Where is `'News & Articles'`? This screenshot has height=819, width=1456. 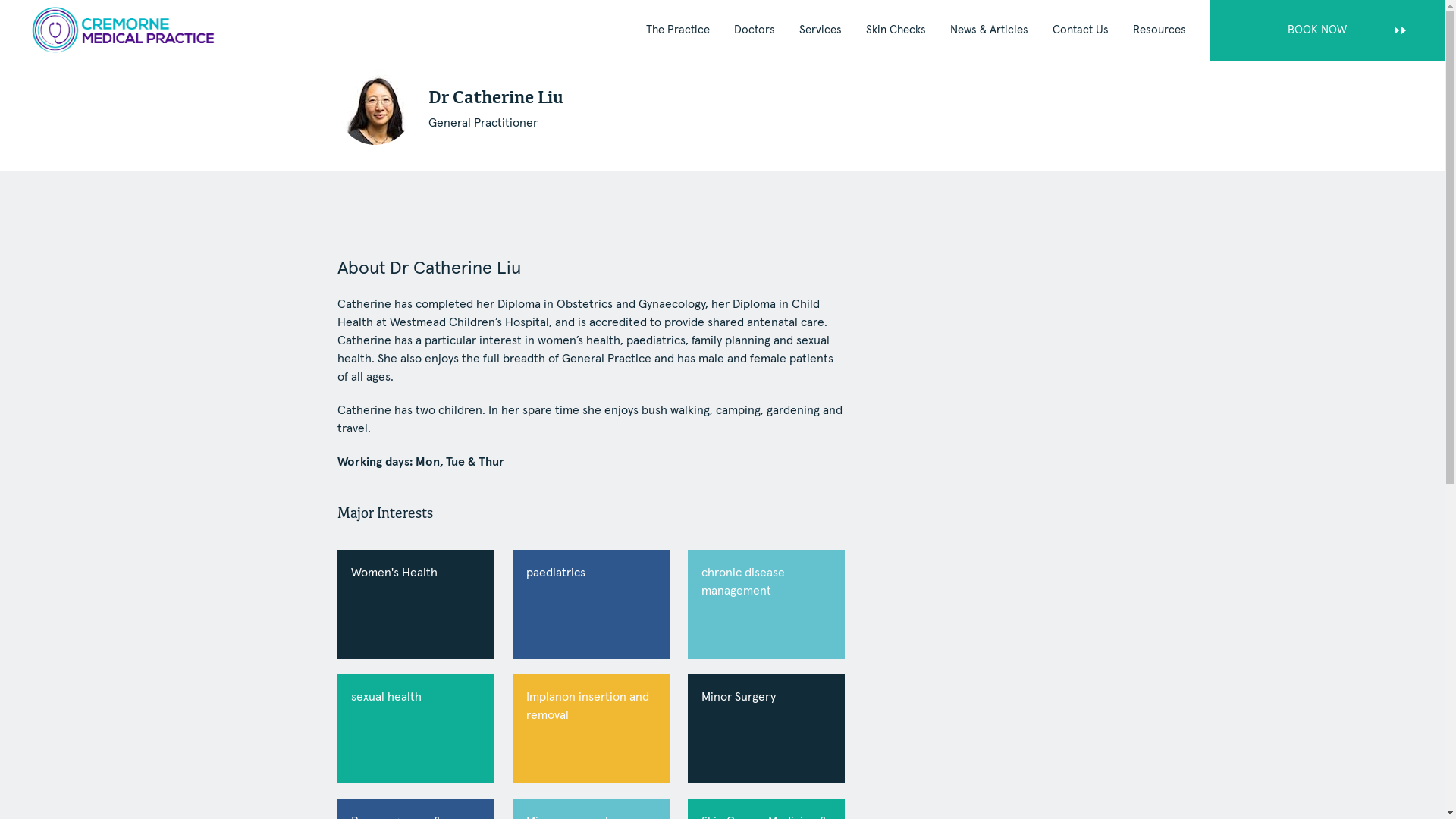 'News & Articles' is located at coordinates (989, 30).